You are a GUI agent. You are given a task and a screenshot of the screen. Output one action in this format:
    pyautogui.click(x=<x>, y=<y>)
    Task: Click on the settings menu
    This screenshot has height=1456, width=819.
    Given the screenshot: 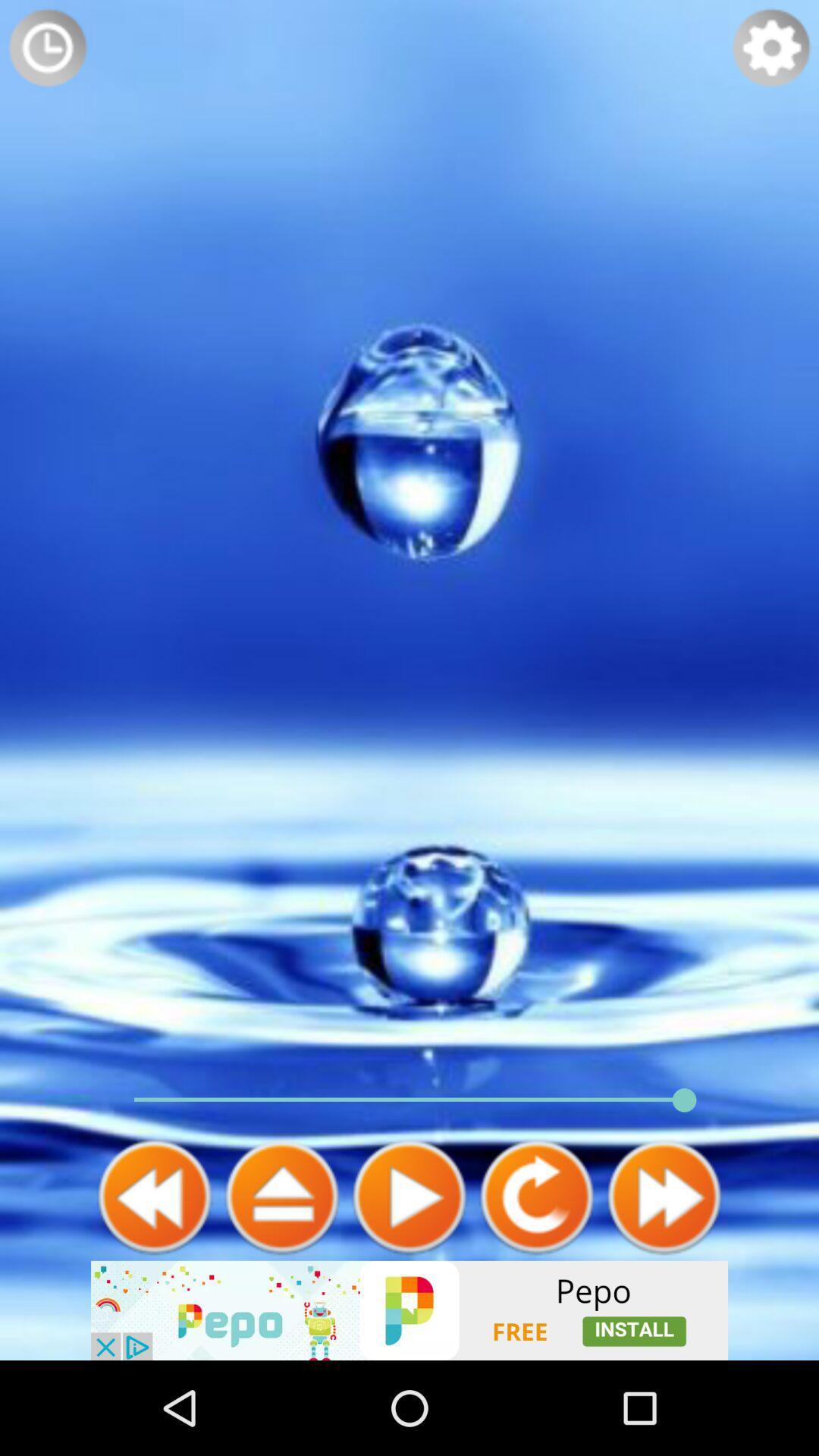 What is the action you would take?
    pyautogui.click(x=771, y=47)
    